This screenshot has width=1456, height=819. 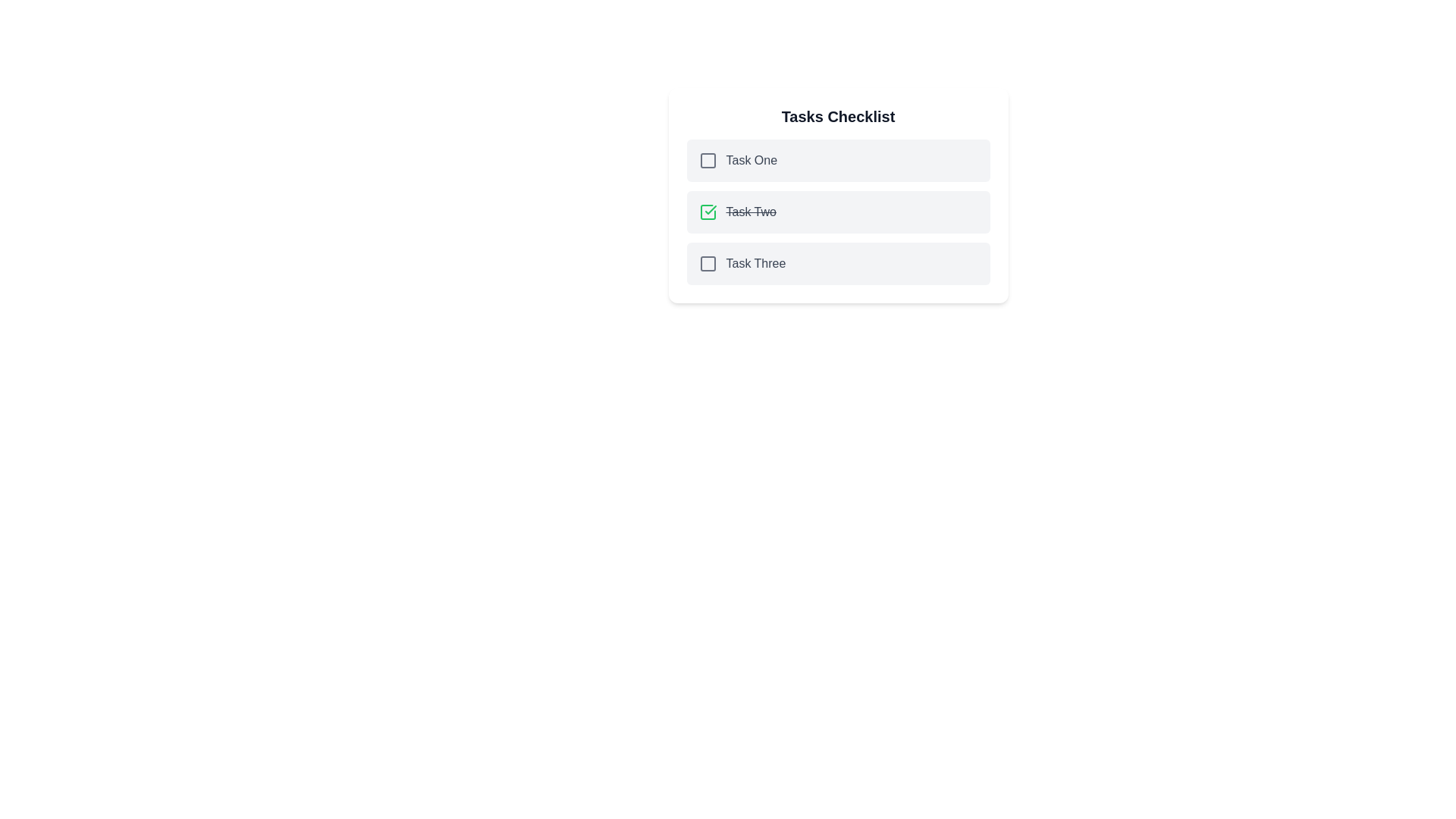 What do you see at coordinates (707, 161) in the screenshot?
I see `the square icon styled with a stroke of currentColor, located to the left of the text 'Task One'` at bounding box center [707, 161].